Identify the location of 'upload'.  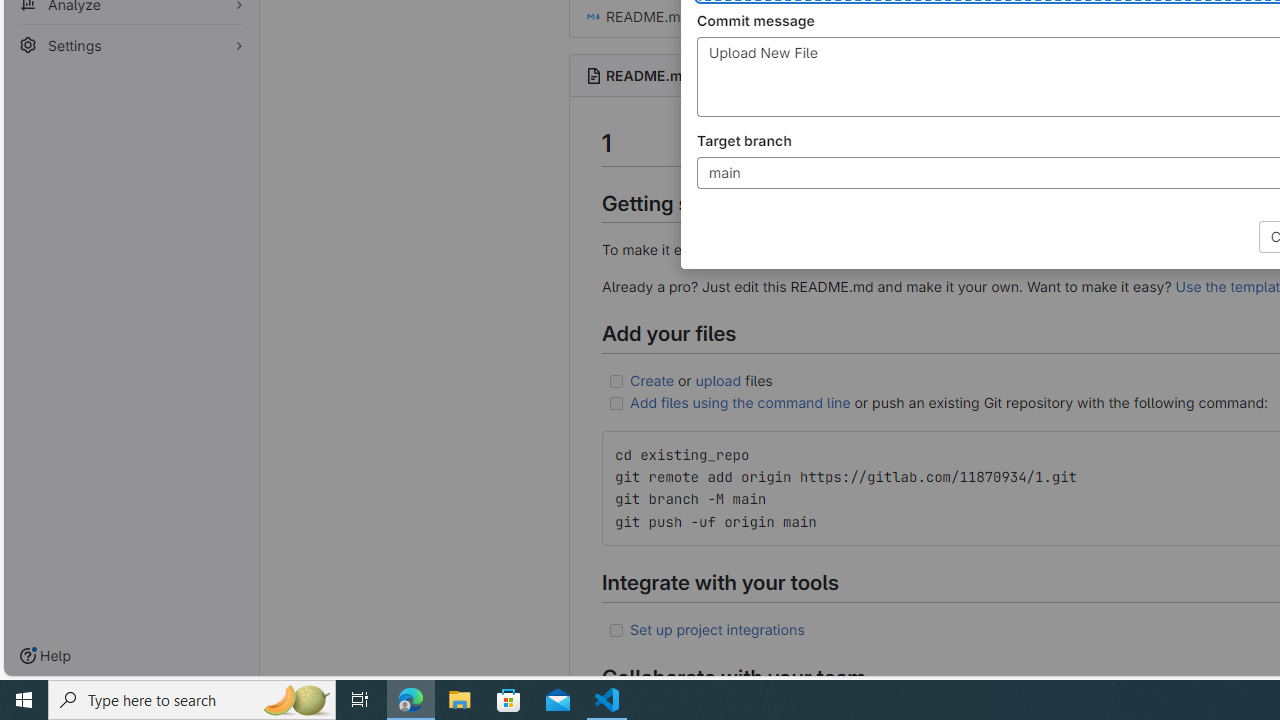
(718, 379).